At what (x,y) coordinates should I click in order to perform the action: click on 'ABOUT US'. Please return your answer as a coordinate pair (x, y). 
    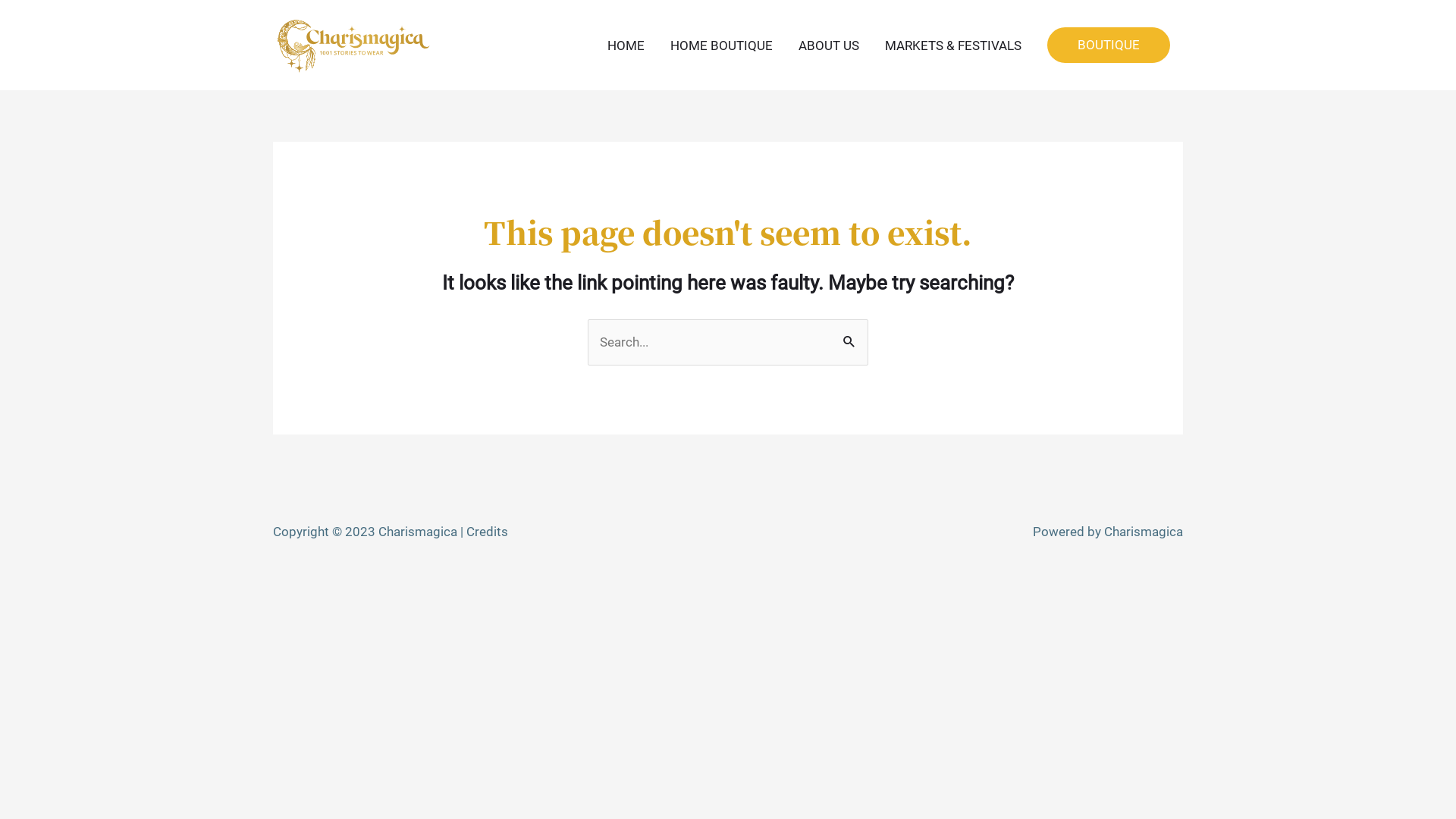
    Looking at the image, I should click on (828, 45).